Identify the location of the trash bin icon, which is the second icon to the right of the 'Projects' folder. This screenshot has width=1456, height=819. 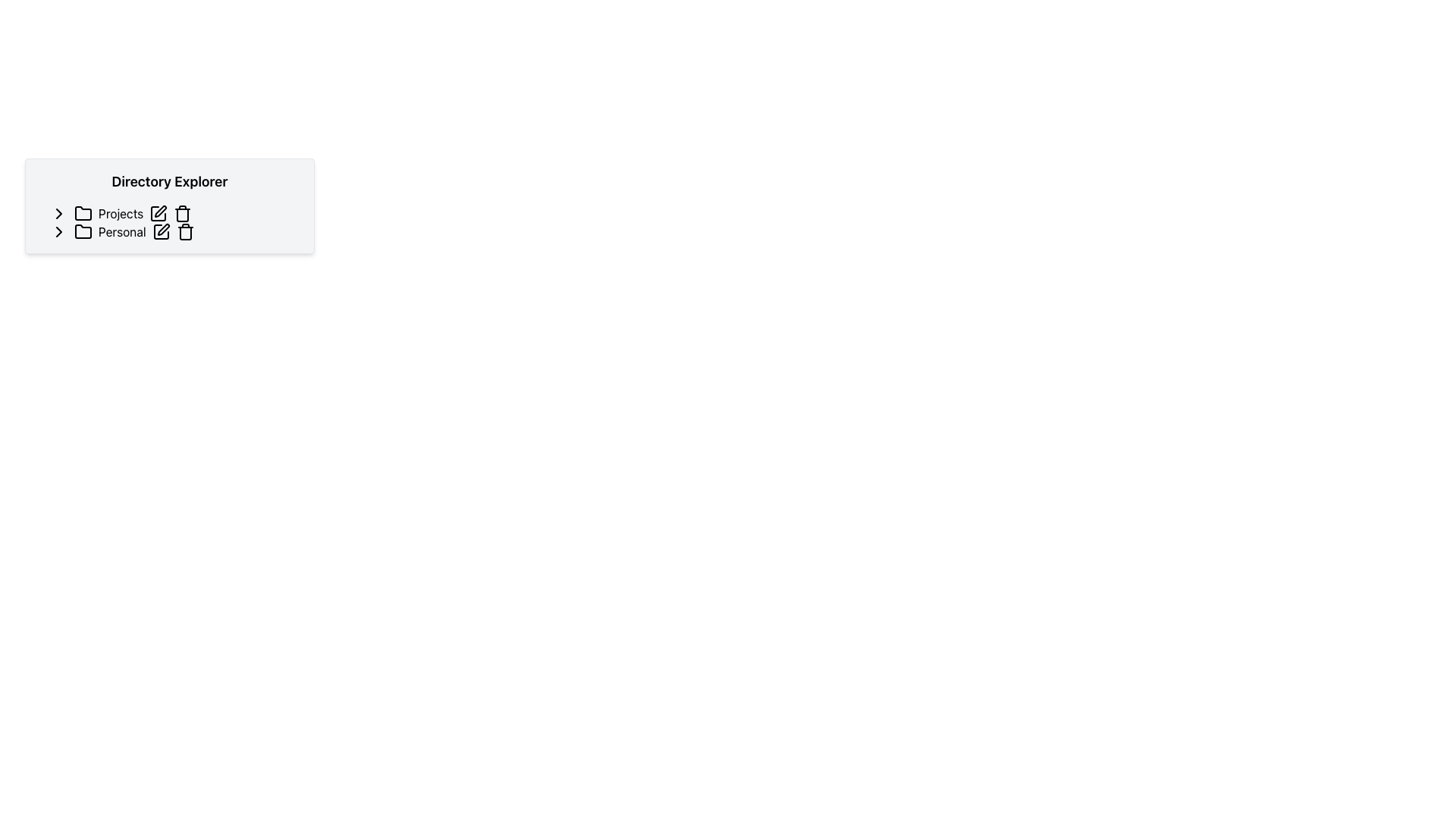
(182, 213).